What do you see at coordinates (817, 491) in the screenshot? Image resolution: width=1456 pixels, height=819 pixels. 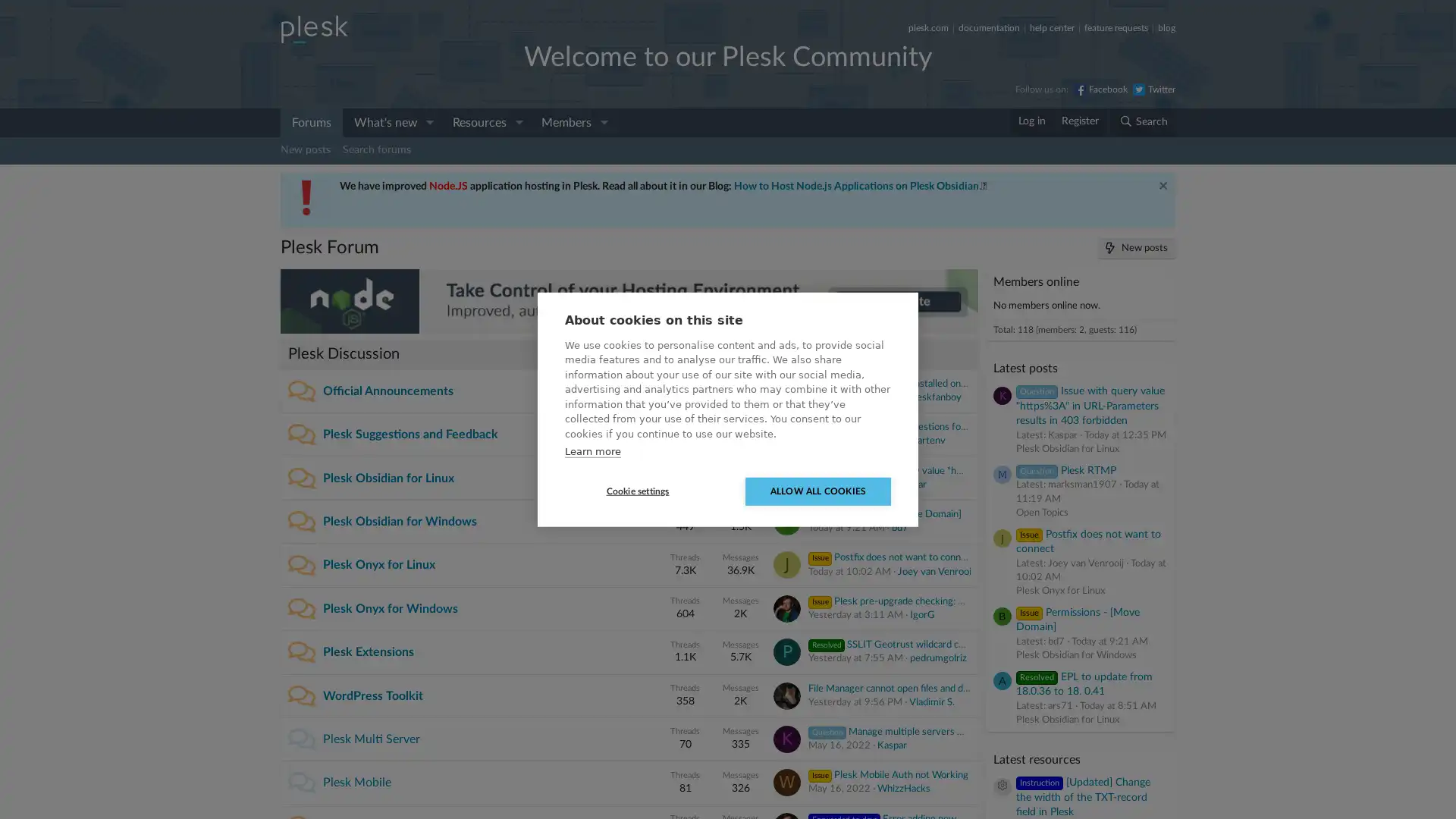 I see `ALLOW ALL COOKIES` at bounding box center [817, 491].